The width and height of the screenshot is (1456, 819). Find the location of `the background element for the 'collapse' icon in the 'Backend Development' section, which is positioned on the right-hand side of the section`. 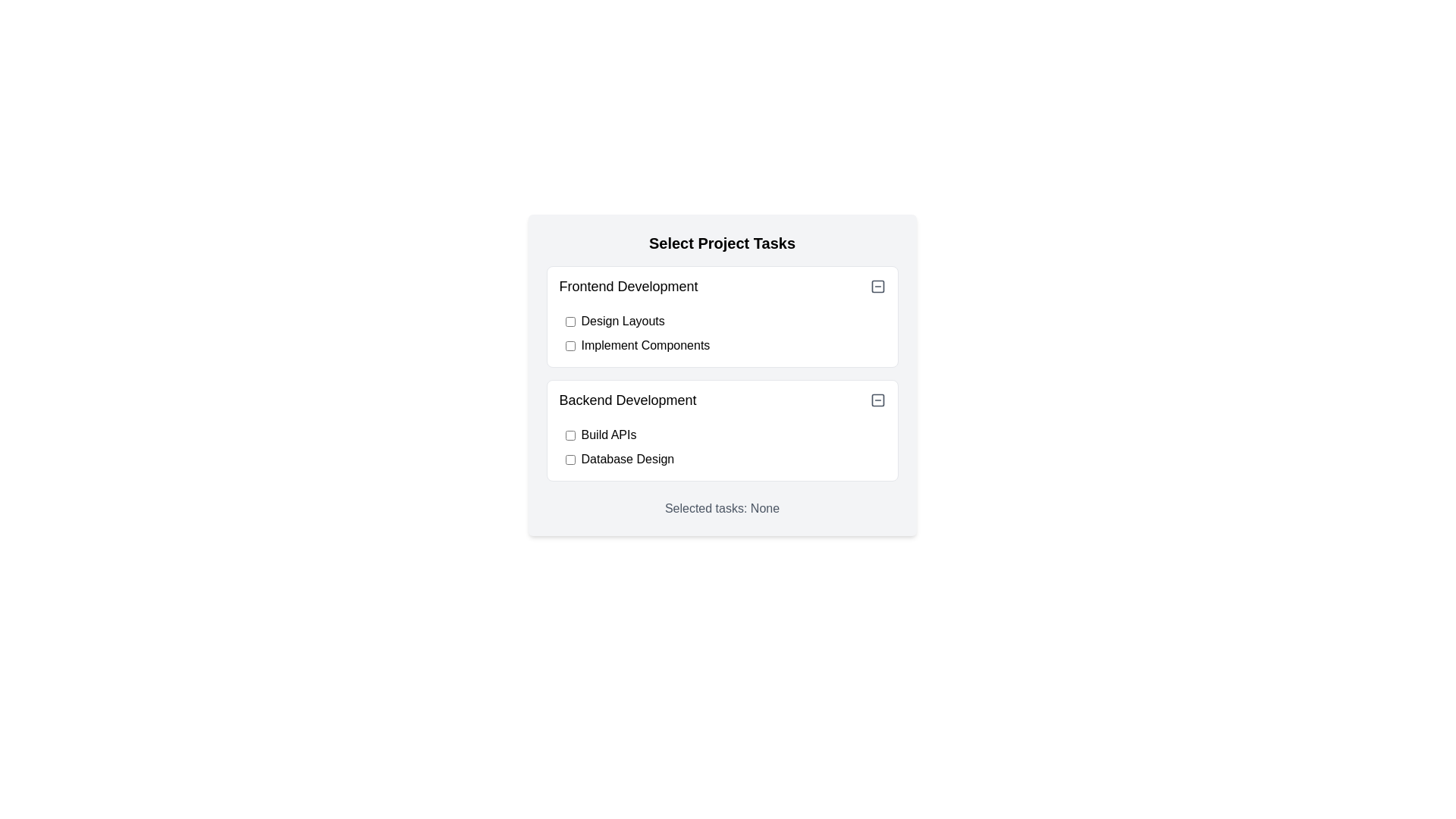

the background element for the 'collapse' icon in the 'Backend Development' section, which is positioned on the right-hand side of the section is located at coordinates (877, 400).